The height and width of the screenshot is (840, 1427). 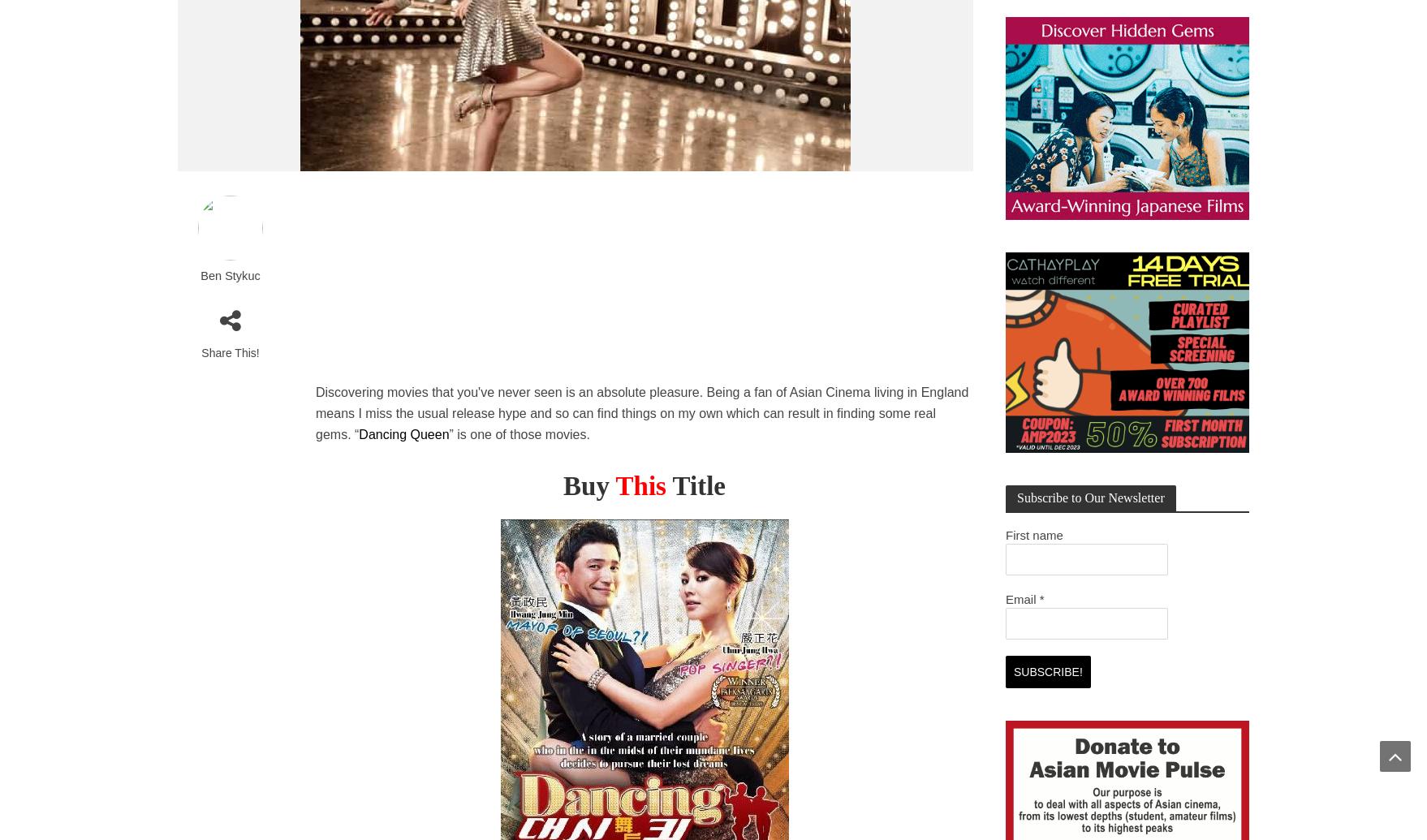 What do you see at coordinates (403, 433) in the screenshot?
I see `'Dancing Queen'` at bounding box center [403, 433].